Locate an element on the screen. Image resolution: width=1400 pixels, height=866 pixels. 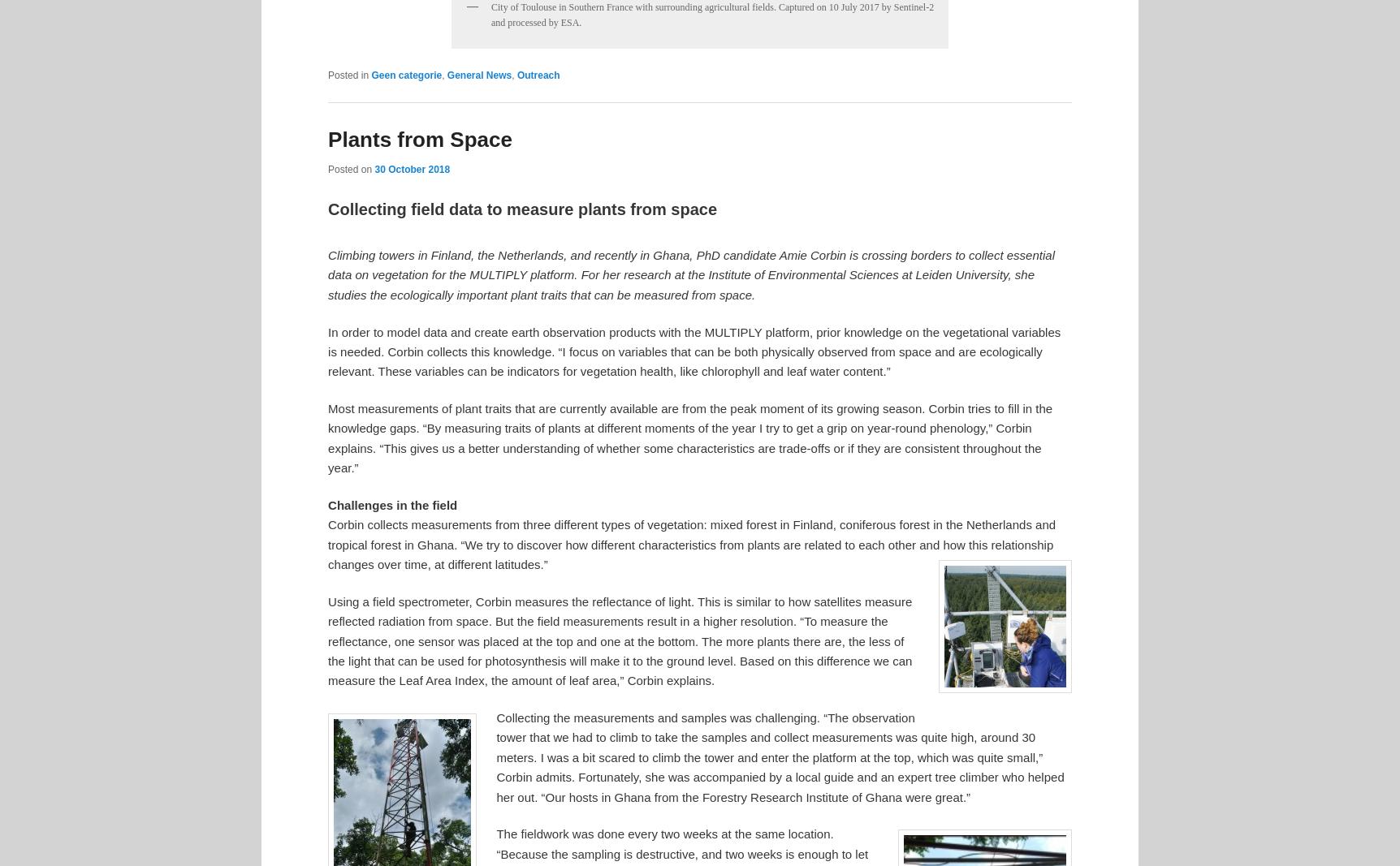
'Outreach' is located at coordinates (537, 75).